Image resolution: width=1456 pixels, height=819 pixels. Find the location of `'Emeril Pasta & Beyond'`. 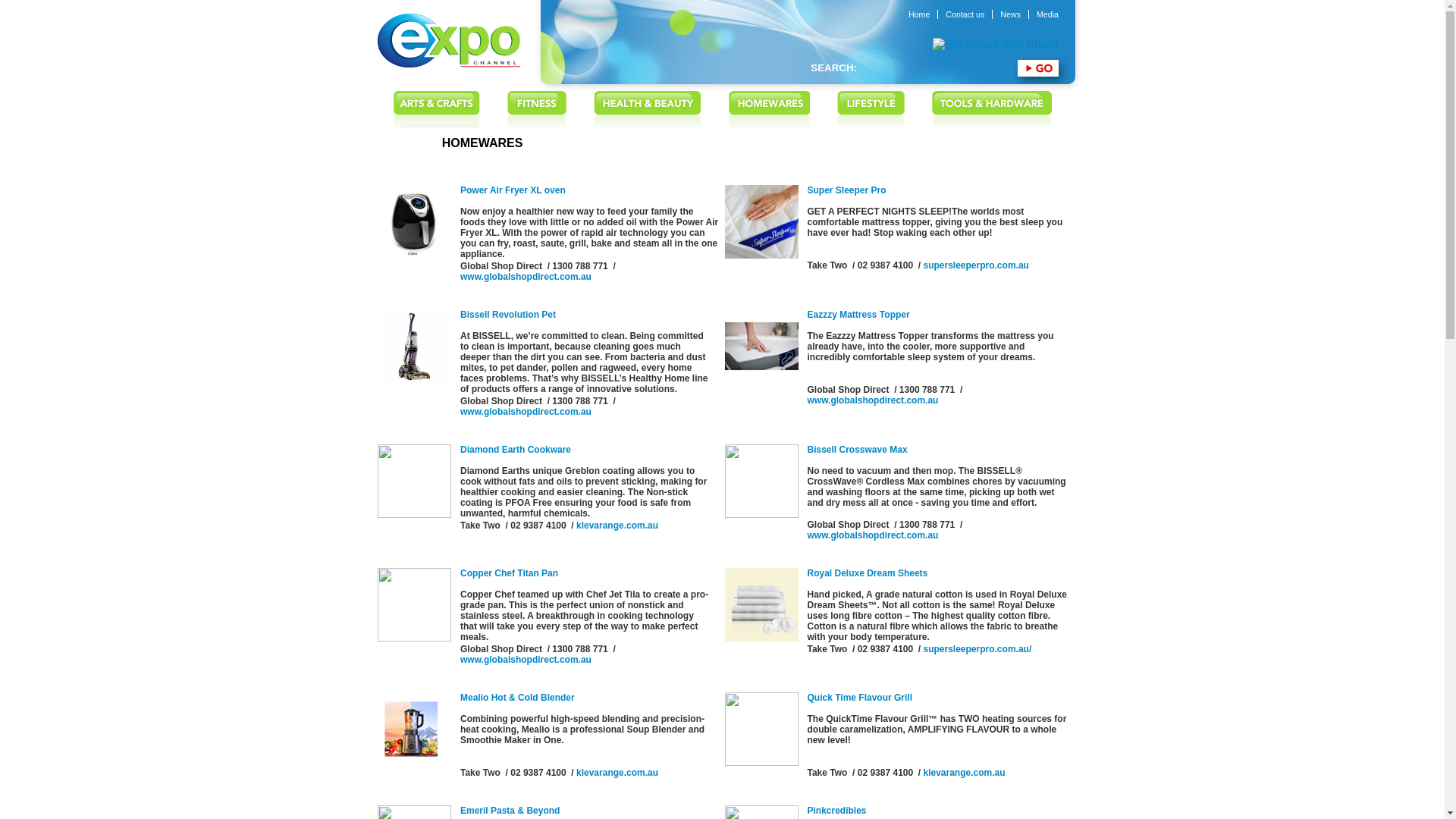

'Emeril Pasta & Beyond' is located at coordinates (510, 809).